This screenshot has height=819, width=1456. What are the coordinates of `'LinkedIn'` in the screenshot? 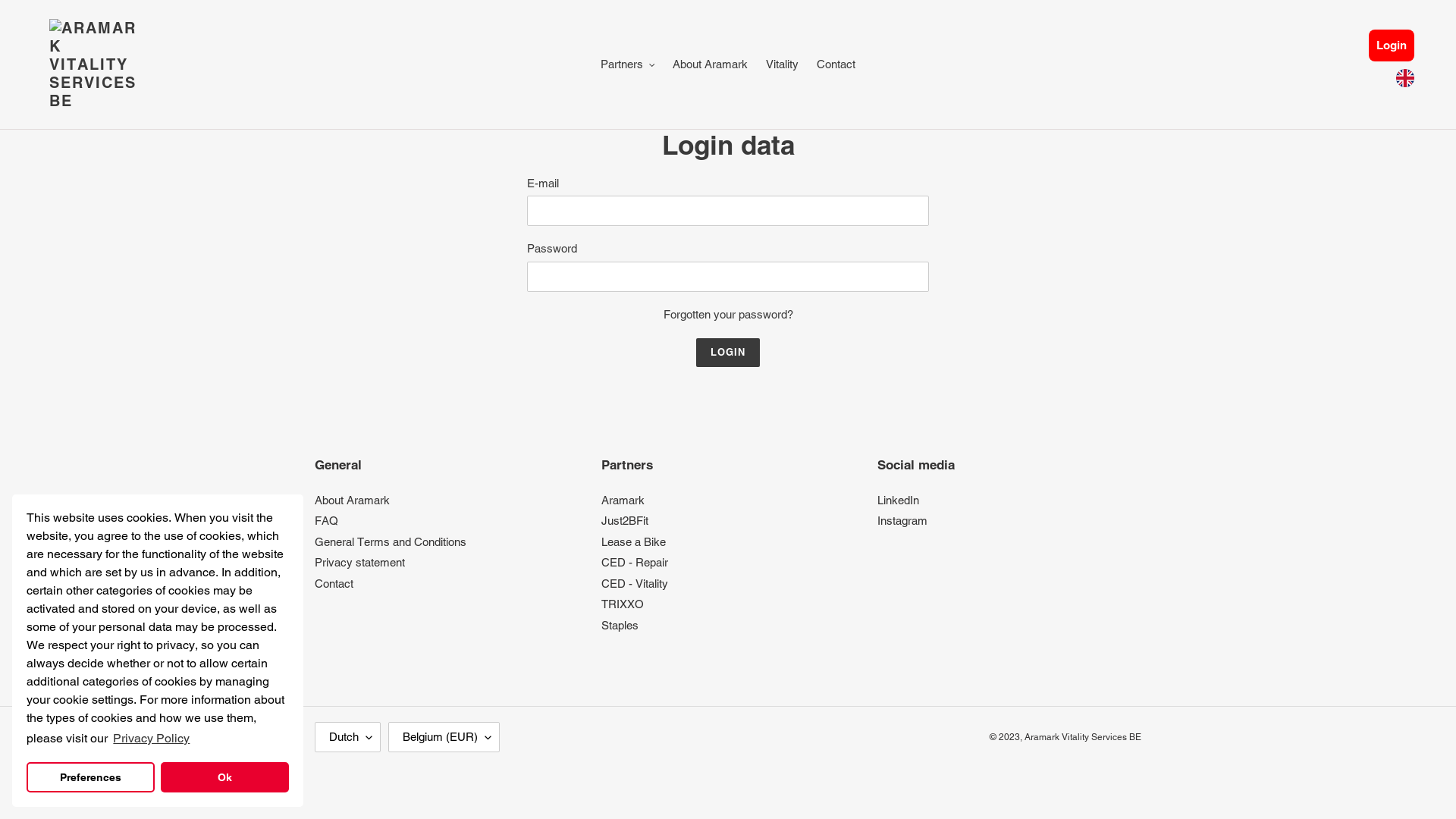 It's located at (898, 500).